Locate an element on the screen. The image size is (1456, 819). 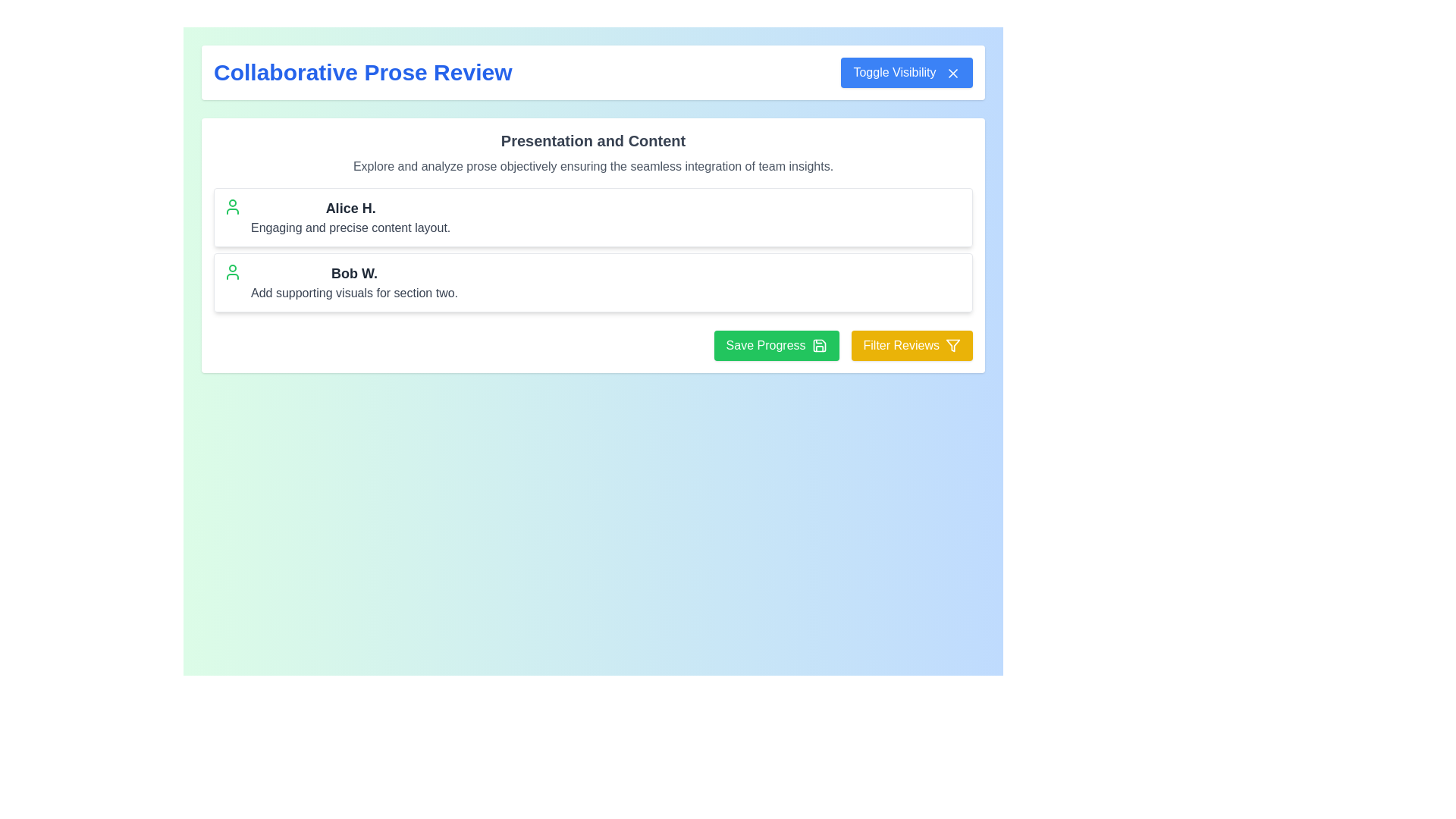
the filtering icon, which is a 24x24 SVG icon styled as a filter located to the right of the 'Filter Reviews' button in the bottom-right corner of the interface is located at coordinates (952, 345).